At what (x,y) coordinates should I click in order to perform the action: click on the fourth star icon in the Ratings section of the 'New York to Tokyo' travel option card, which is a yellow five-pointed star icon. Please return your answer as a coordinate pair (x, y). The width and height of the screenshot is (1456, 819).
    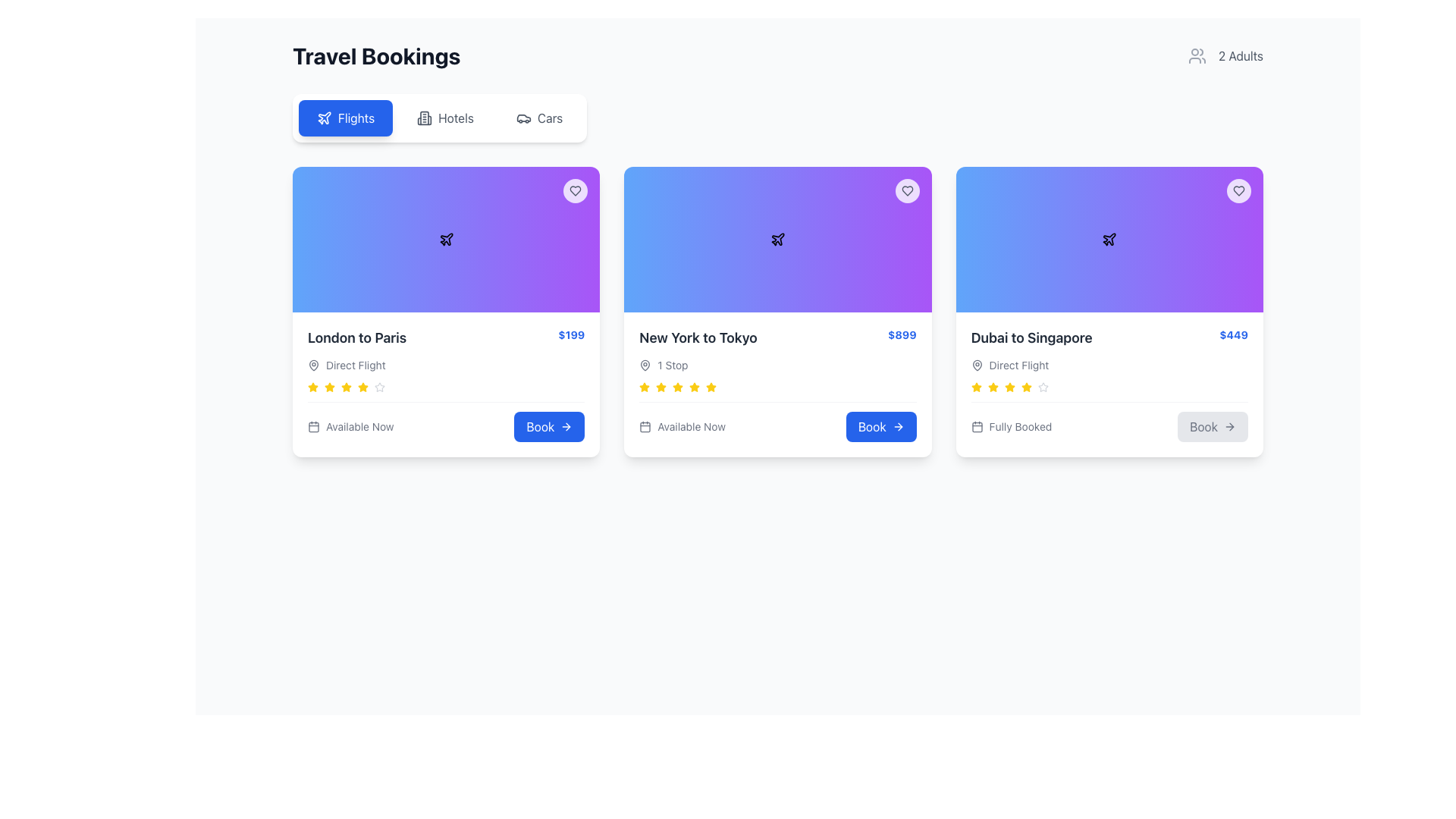
    Looking at the image, I should click on (711, 386).